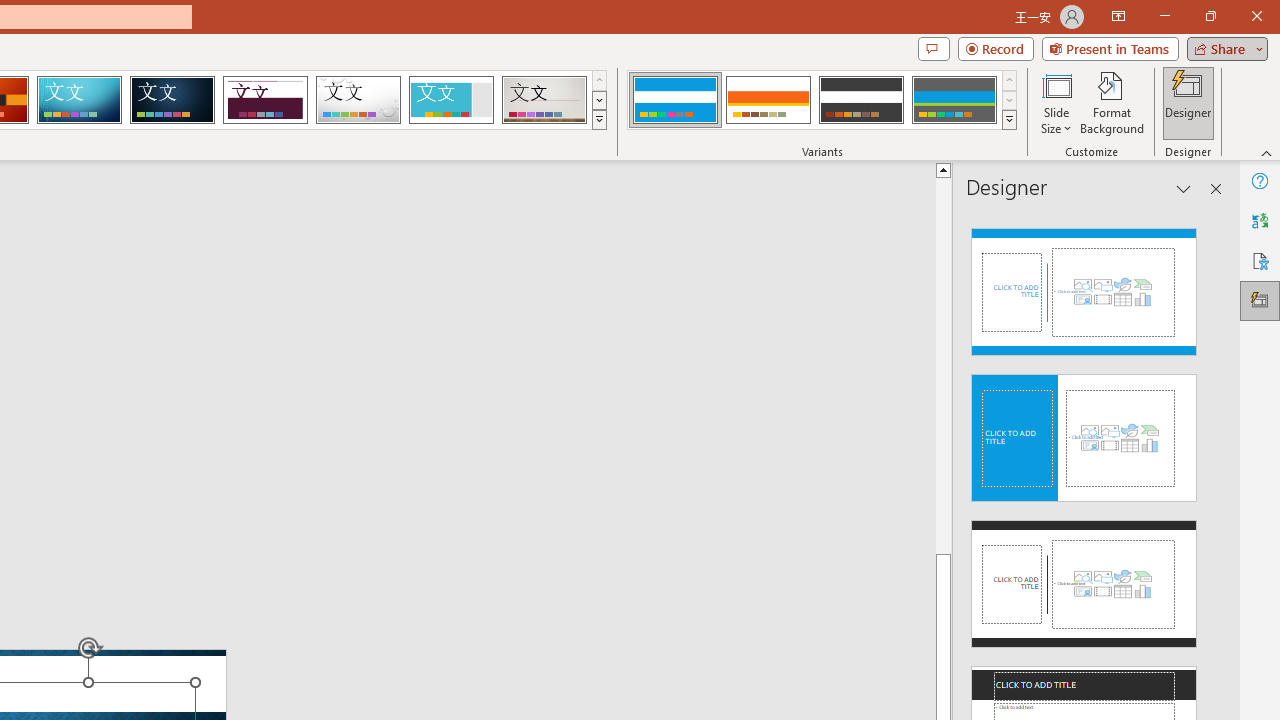 Image resolution: width=1280 pixels, height=720 pixels. Describe the element at coordinates (79, 100) in the screenshot. I see `'Circuit'` at that location.